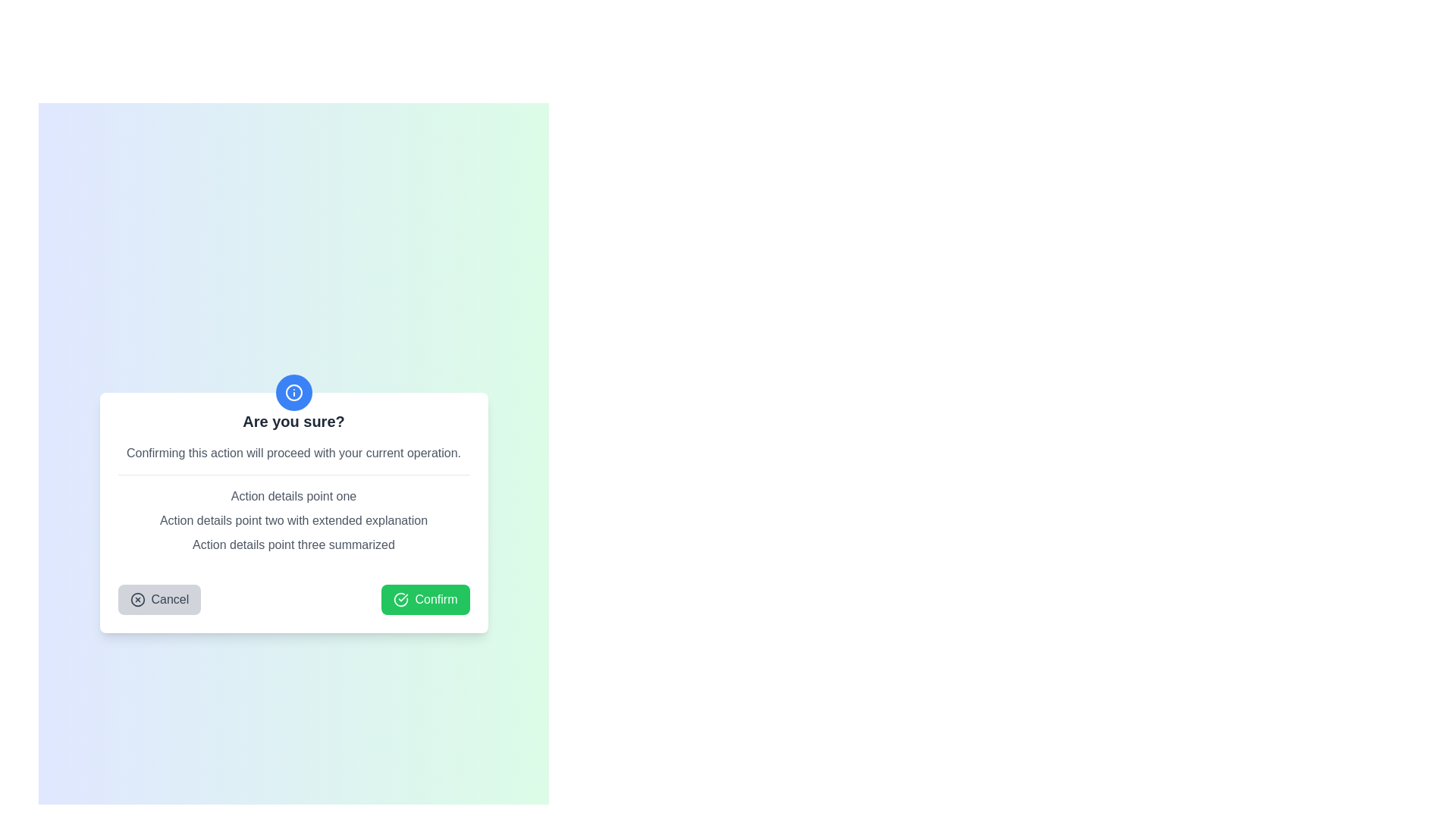 Image resolution: width=1456 pixels, height=819 pixels. Describe the element at coordinates (293, 391) in the screenshot. I see `the informational icon located at the center-top of the modal dialog box, positioned above the header text 'Are you sure?'` at that location.